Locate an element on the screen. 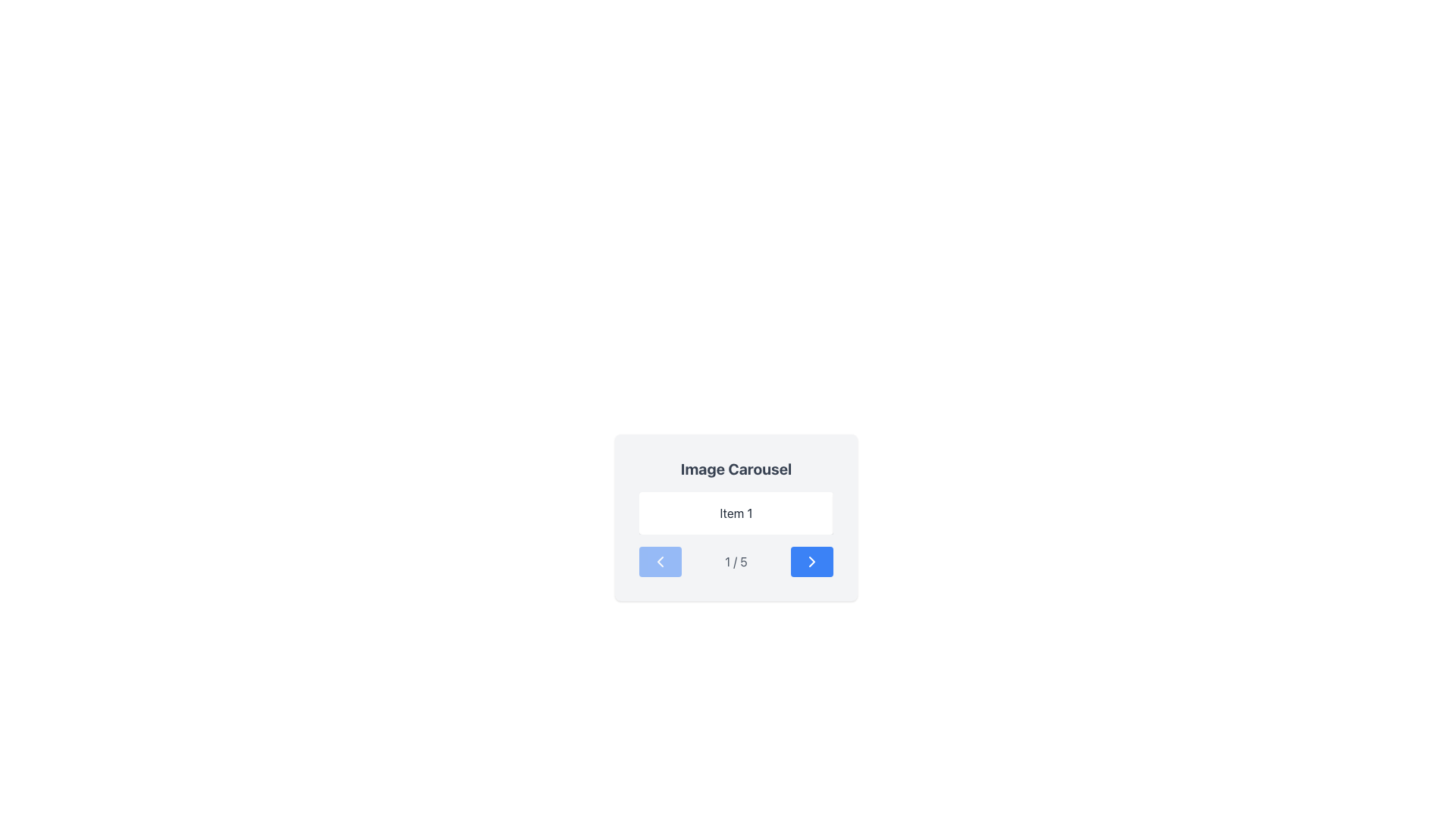 This screenshot has width=1456, height=819. the right-pointing arrow icon located inside the blue button on the right side of the horizontal navigation control section of the image carousel is located at coordinates (811, 561).